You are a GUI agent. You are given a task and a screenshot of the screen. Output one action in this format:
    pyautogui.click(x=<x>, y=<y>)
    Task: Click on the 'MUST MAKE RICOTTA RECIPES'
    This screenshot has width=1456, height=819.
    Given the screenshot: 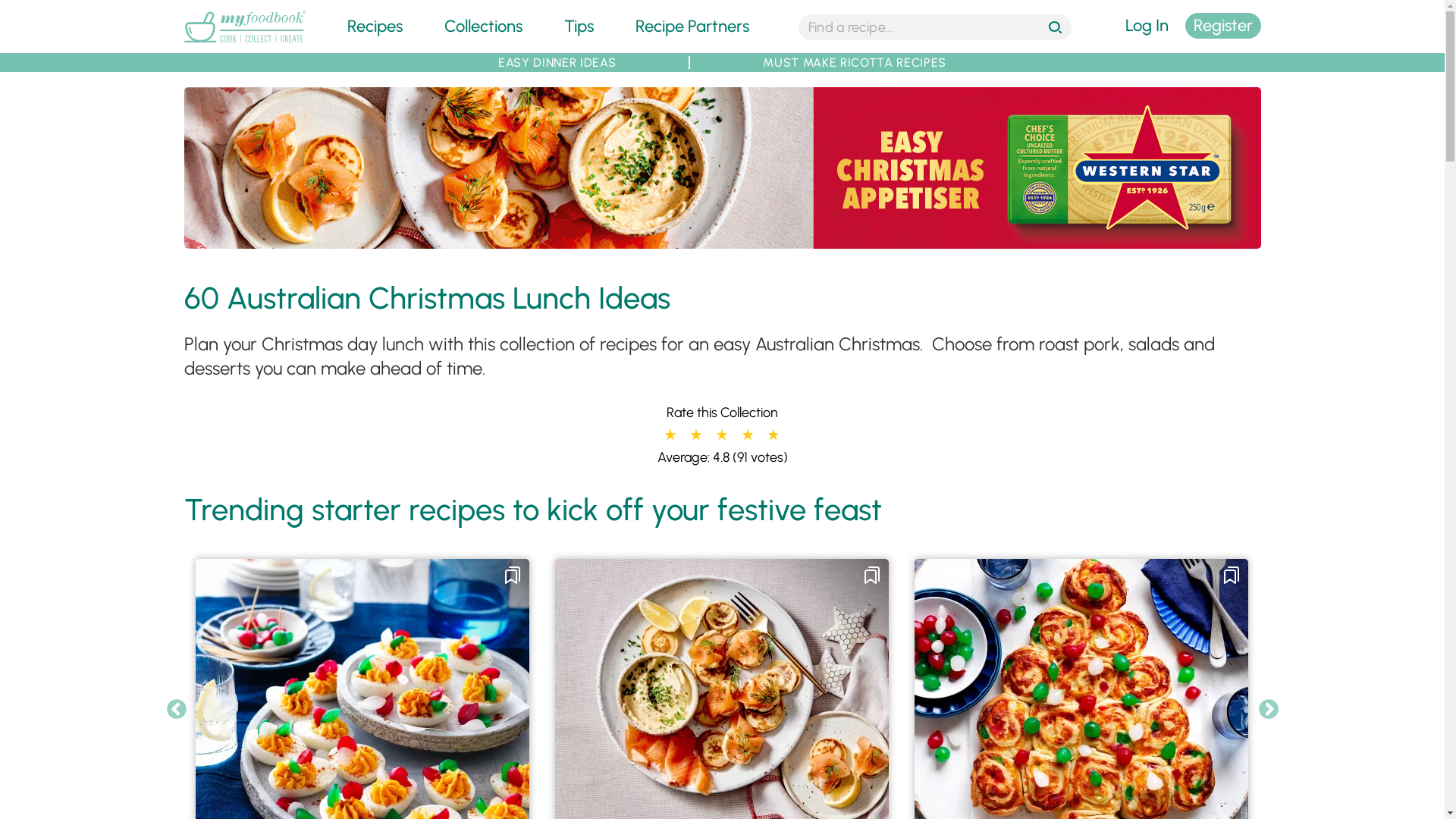 What is the action you would take?
    pyautogui.click(x=855, y=61)
    